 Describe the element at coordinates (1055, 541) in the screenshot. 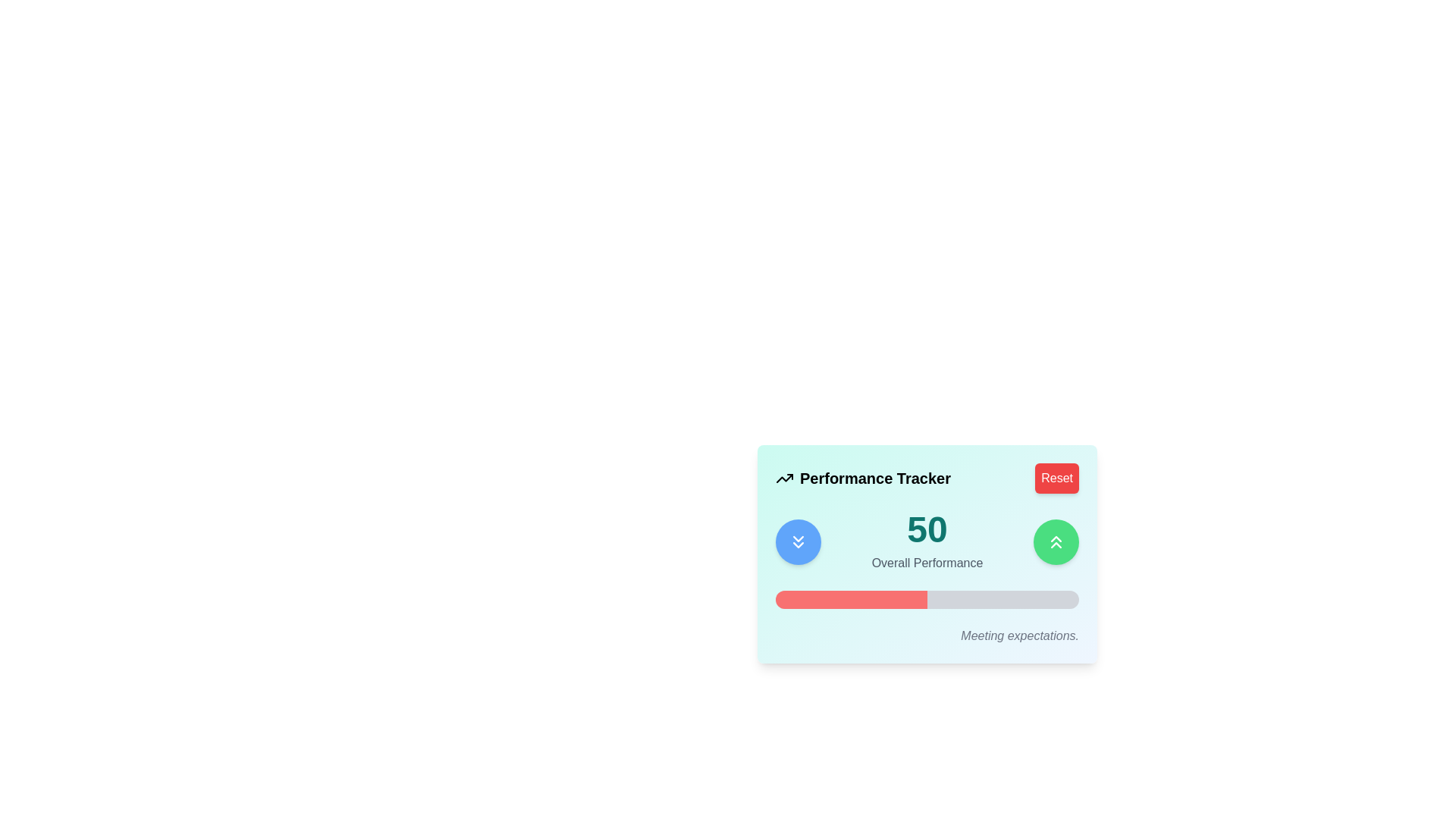

I see `the increment button located at the bottom-right corner of the performance tracker` at that location.